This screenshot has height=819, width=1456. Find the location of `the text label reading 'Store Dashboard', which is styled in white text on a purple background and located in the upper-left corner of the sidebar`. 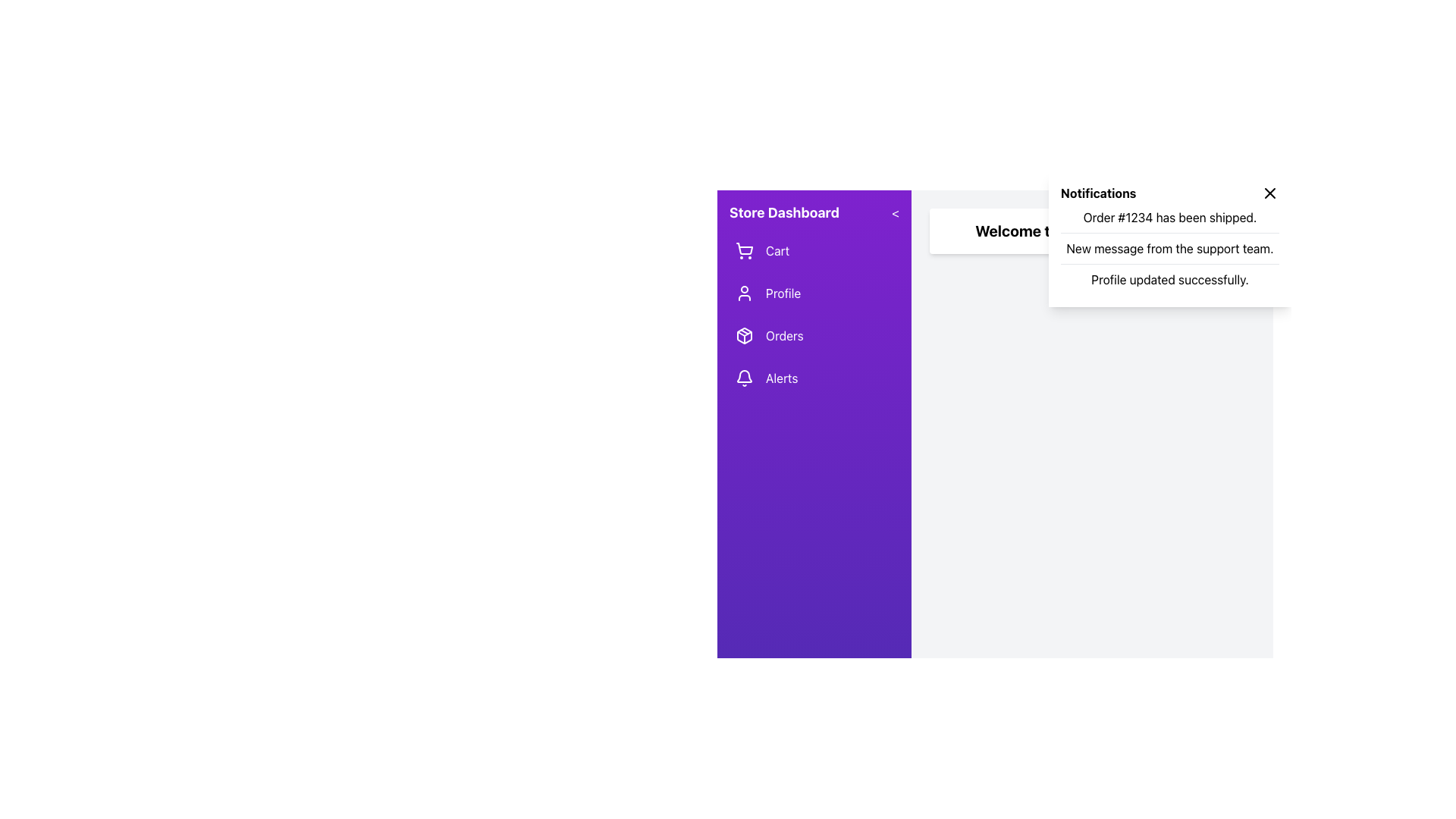

the text label reading 'Store Dashboard', which is styled in white text on a purple background and located in the upper-left corner of the sidebar is located at coordinates (784, 213).